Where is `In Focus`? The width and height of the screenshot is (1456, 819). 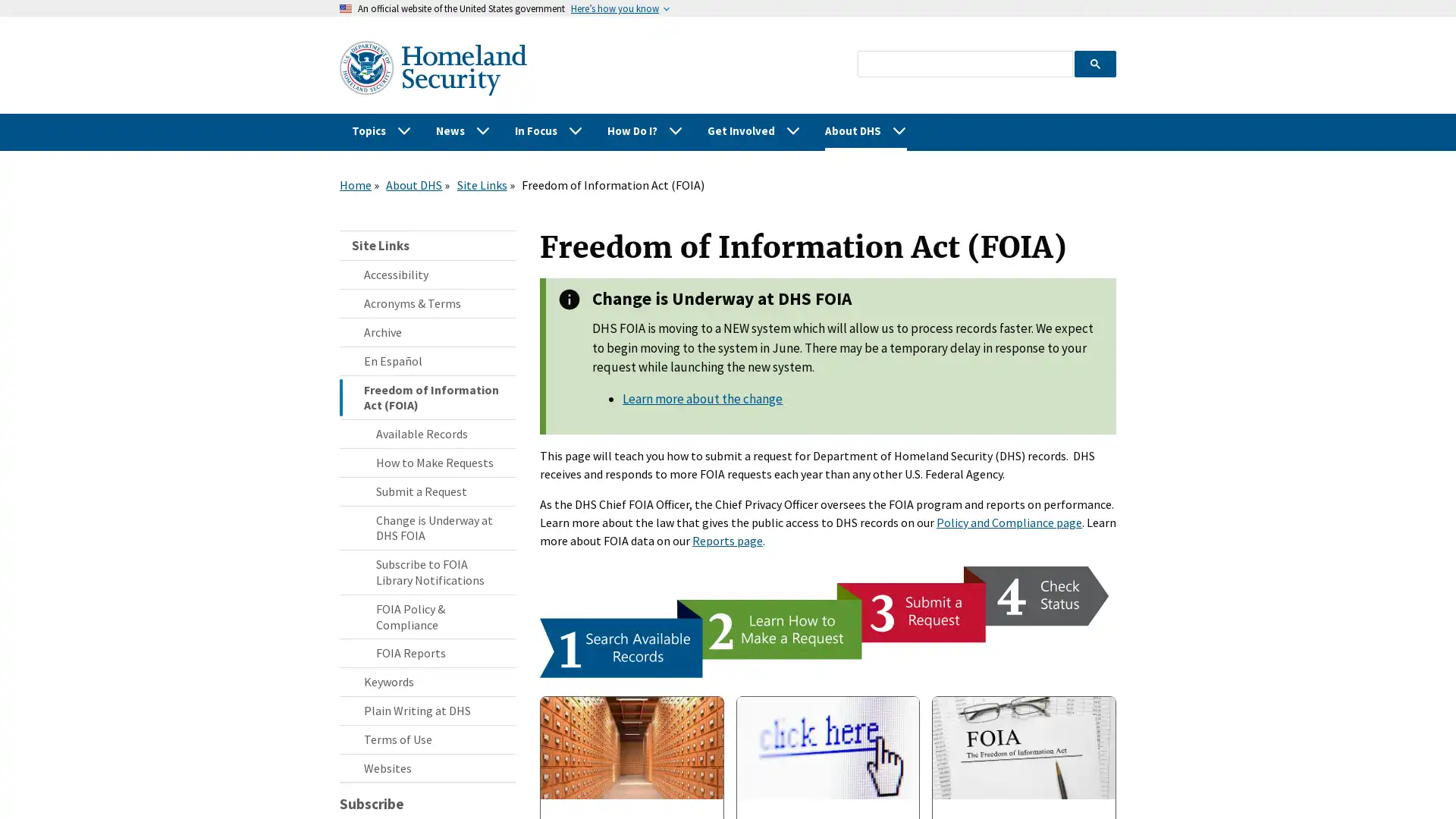
In Focus is located at coordinates (548, 130).